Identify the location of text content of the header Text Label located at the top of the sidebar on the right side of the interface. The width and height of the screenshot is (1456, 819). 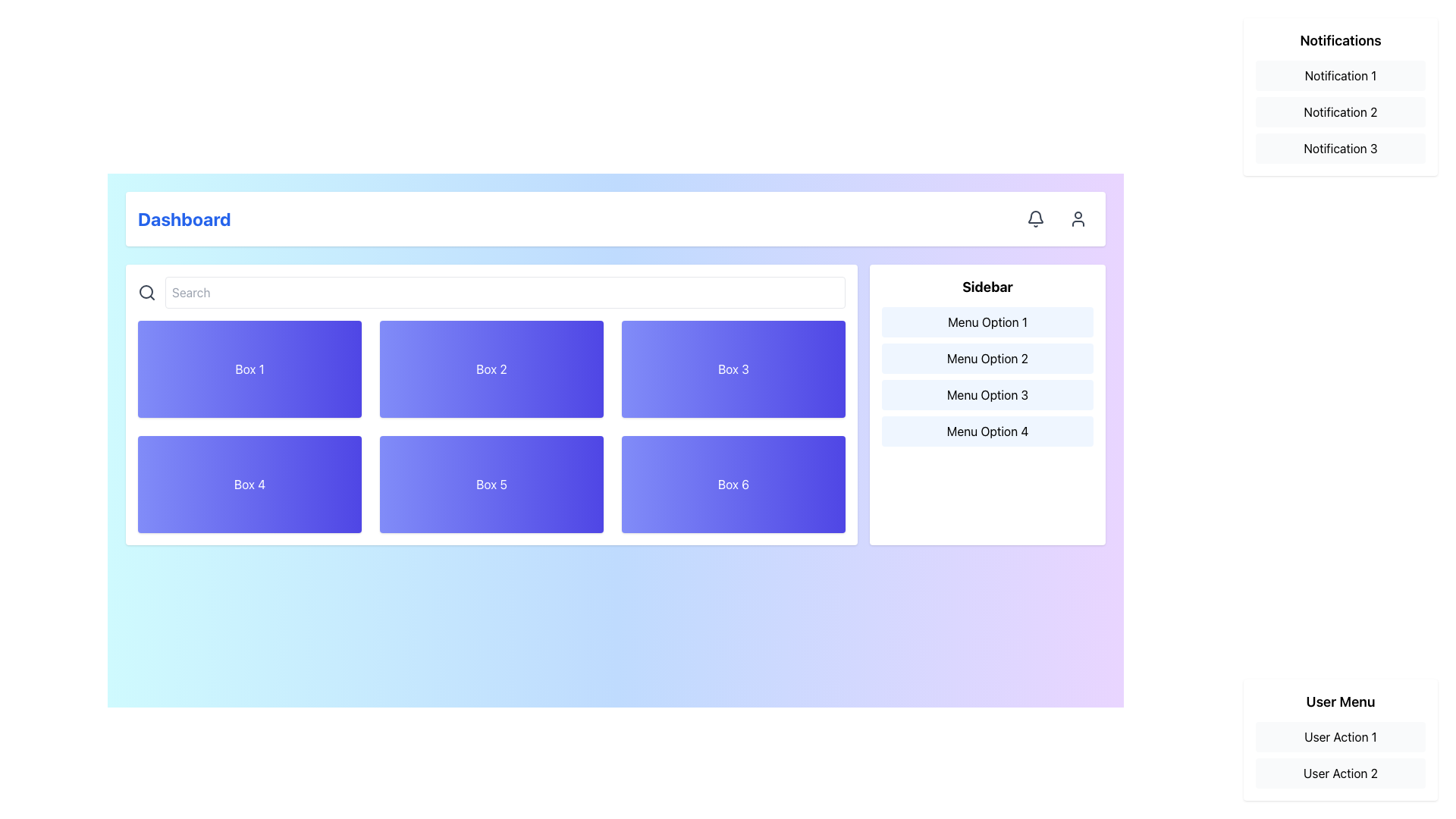
(987, 287).